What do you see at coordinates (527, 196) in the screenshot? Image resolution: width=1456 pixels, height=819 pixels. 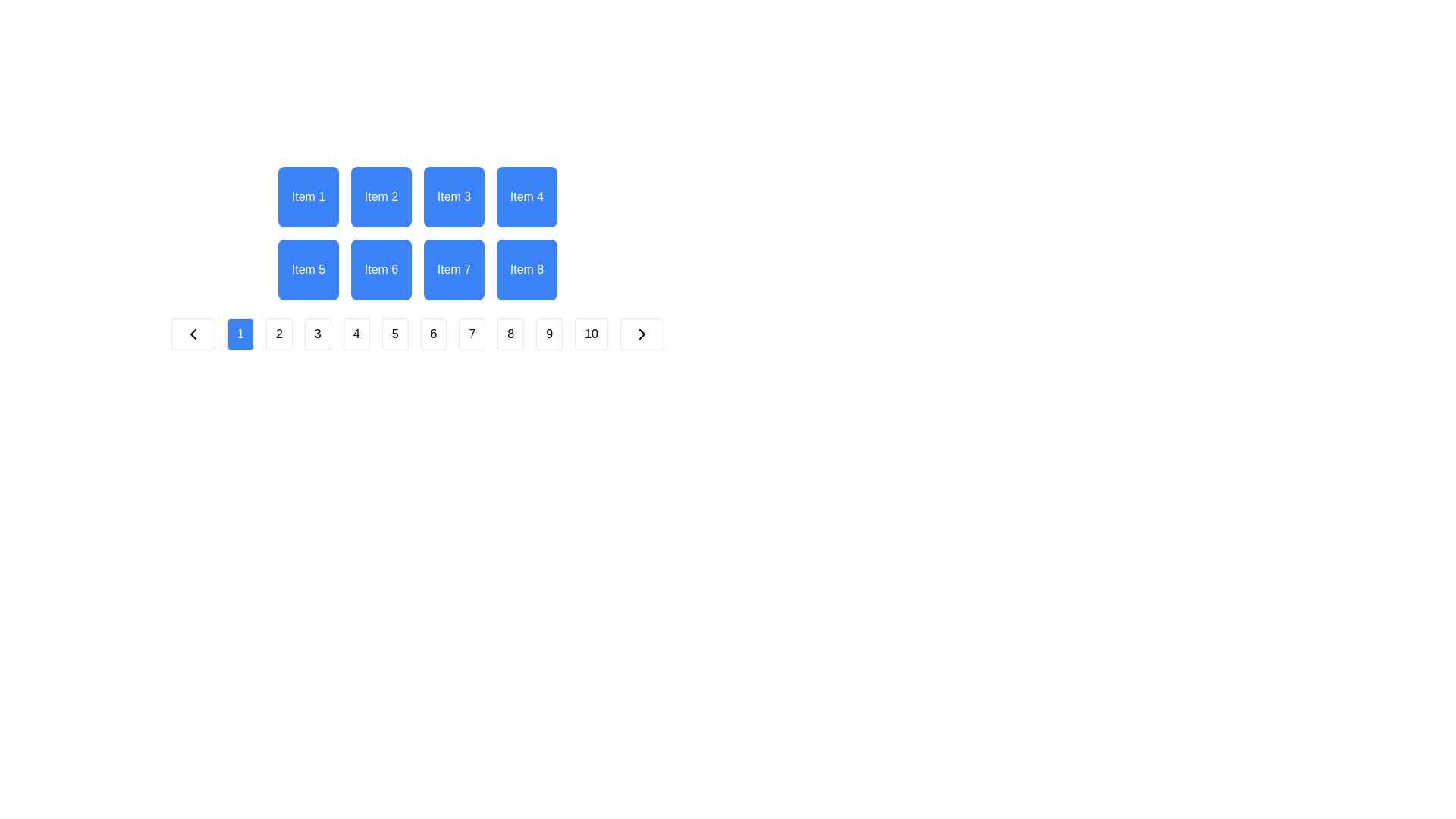 I see `the square button with a blue background and white text that reads 'Item 4', located in the top-right position of the first row of a grid layout` at bounding box center [527, 196].